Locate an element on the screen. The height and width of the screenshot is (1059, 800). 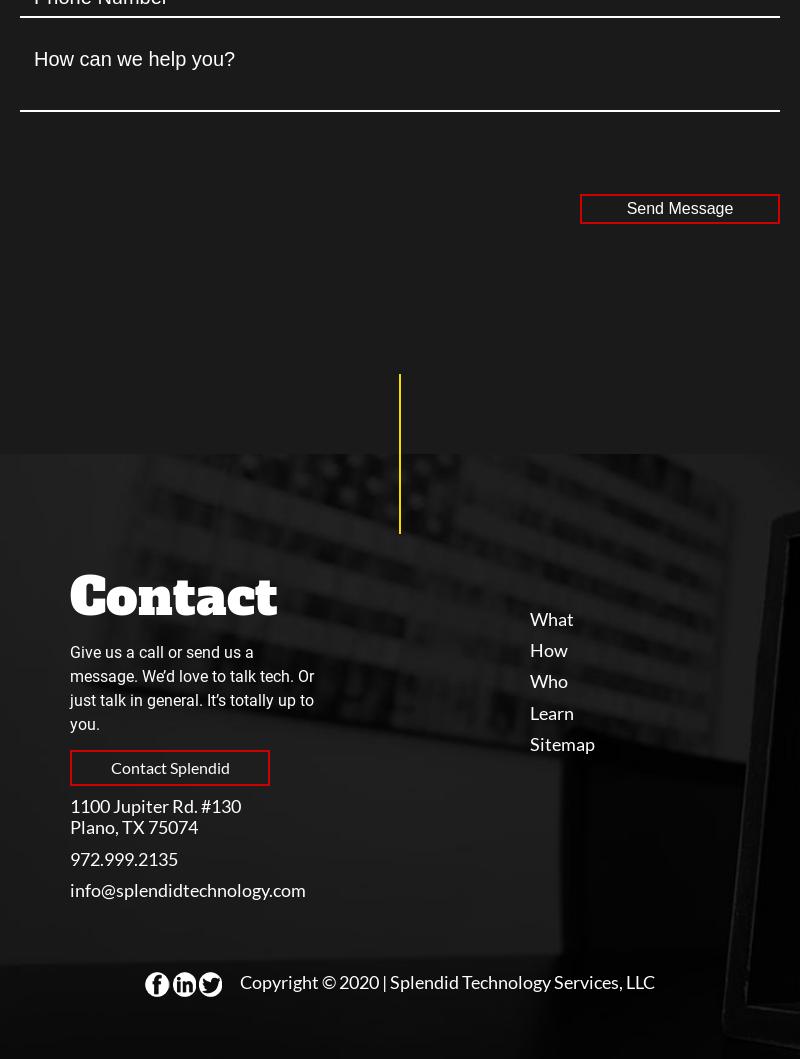
'Who' is located at coordinates (549, 681).